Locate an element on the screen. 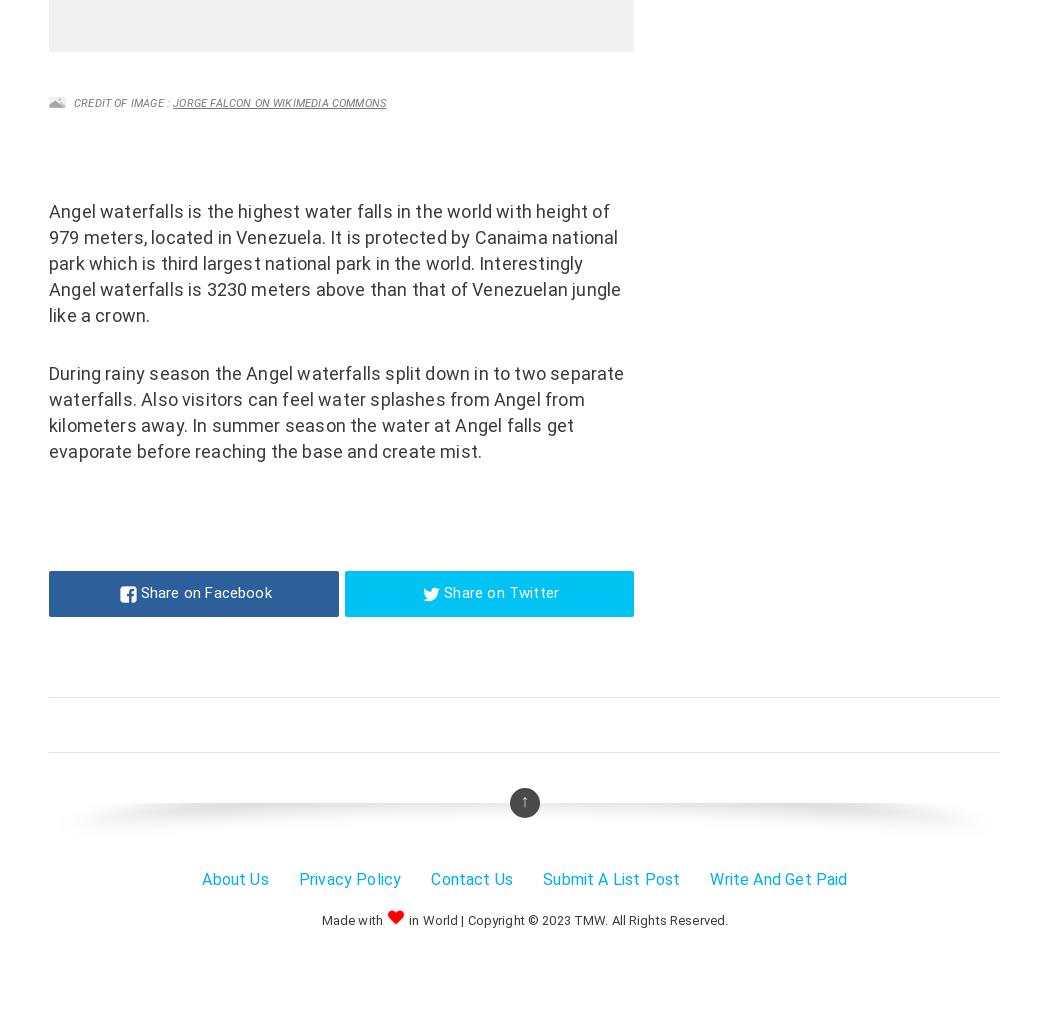  'Submit A List Post' is located at coordinates (611, 878).